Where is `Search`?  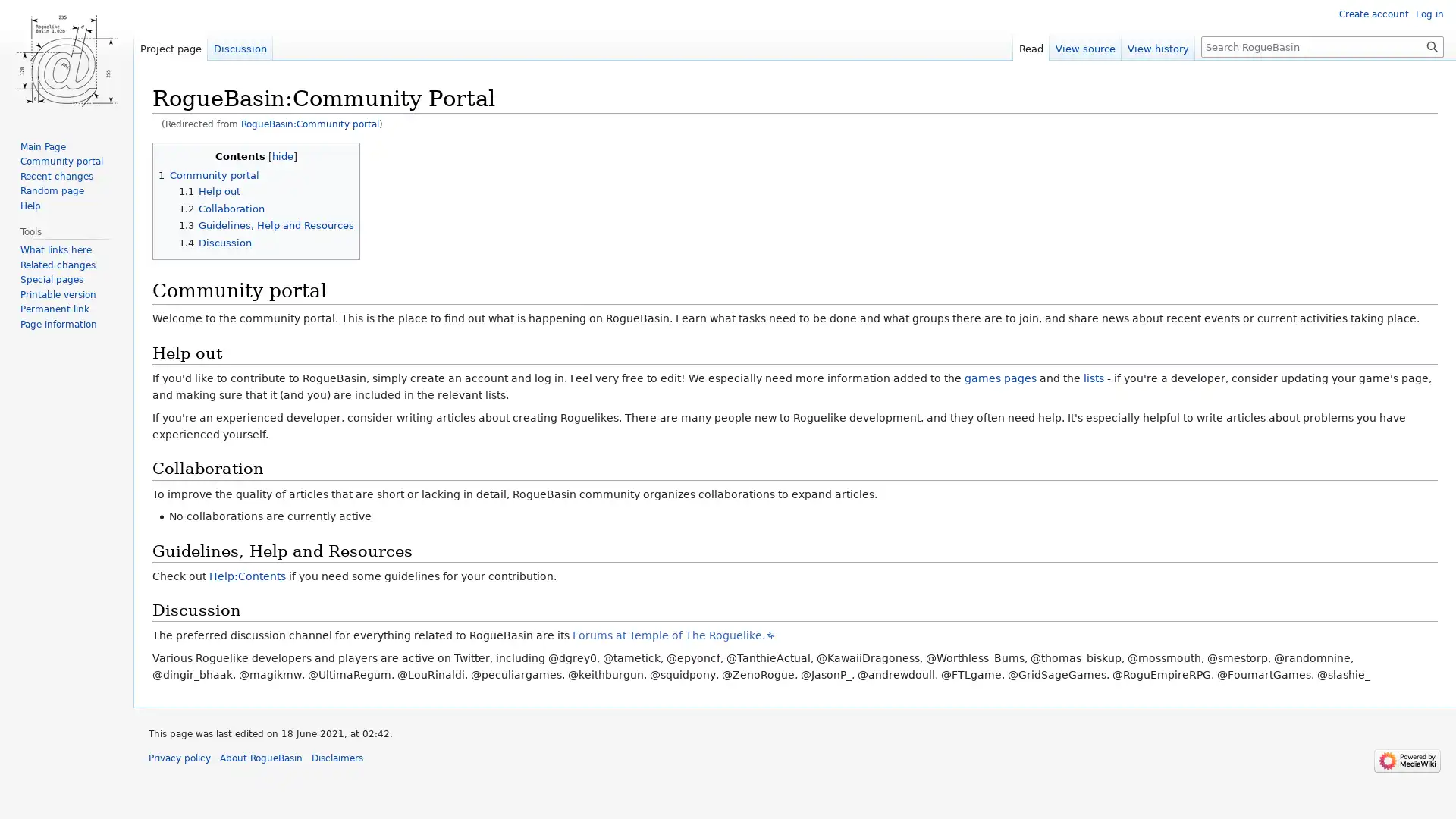
Search is located at coordinates (1432, 45).